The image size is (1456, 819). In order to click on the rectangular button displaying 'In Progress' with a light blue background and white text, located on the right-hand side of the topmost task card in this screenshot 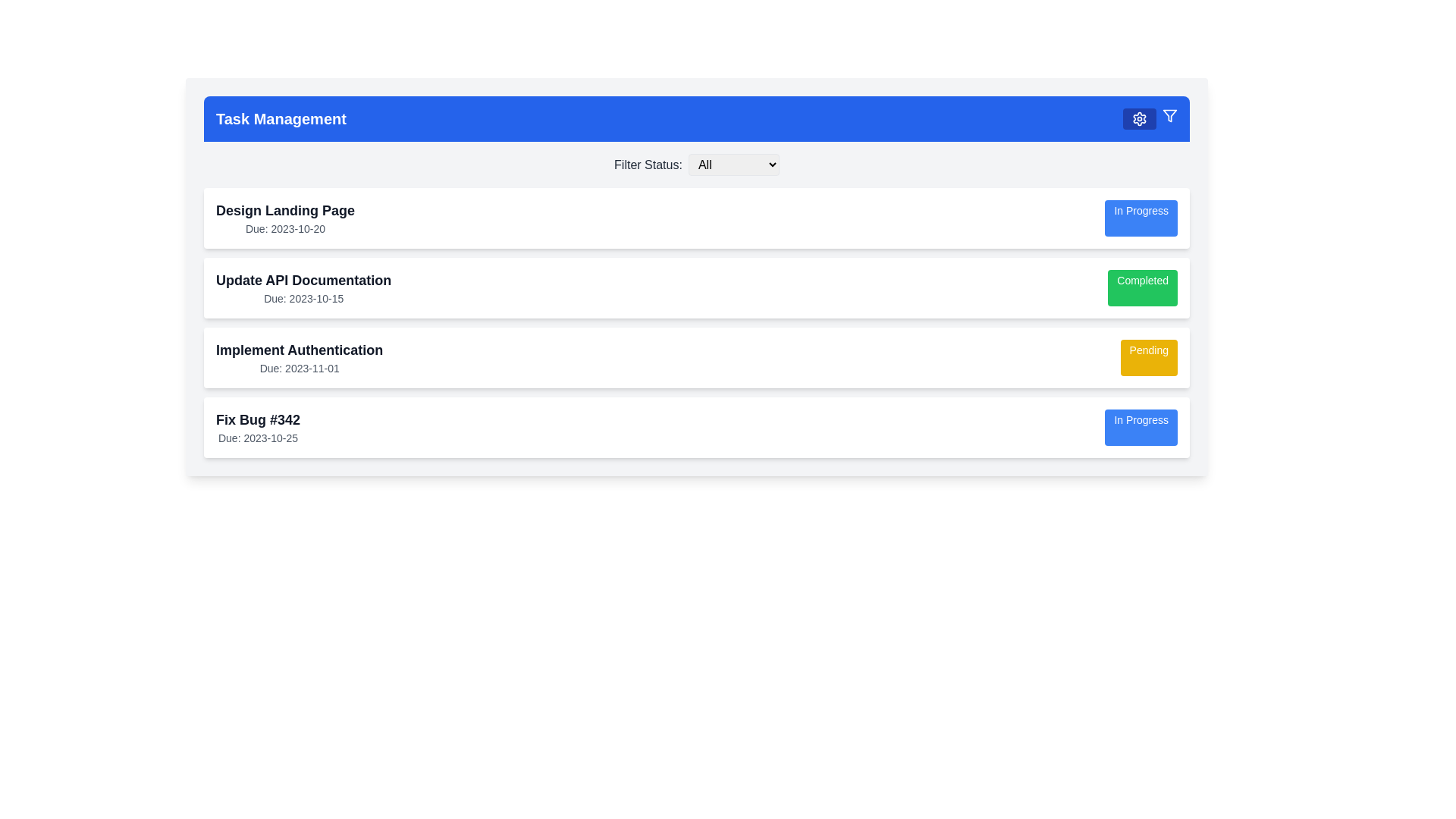, I will do `click(1141, 218)`.